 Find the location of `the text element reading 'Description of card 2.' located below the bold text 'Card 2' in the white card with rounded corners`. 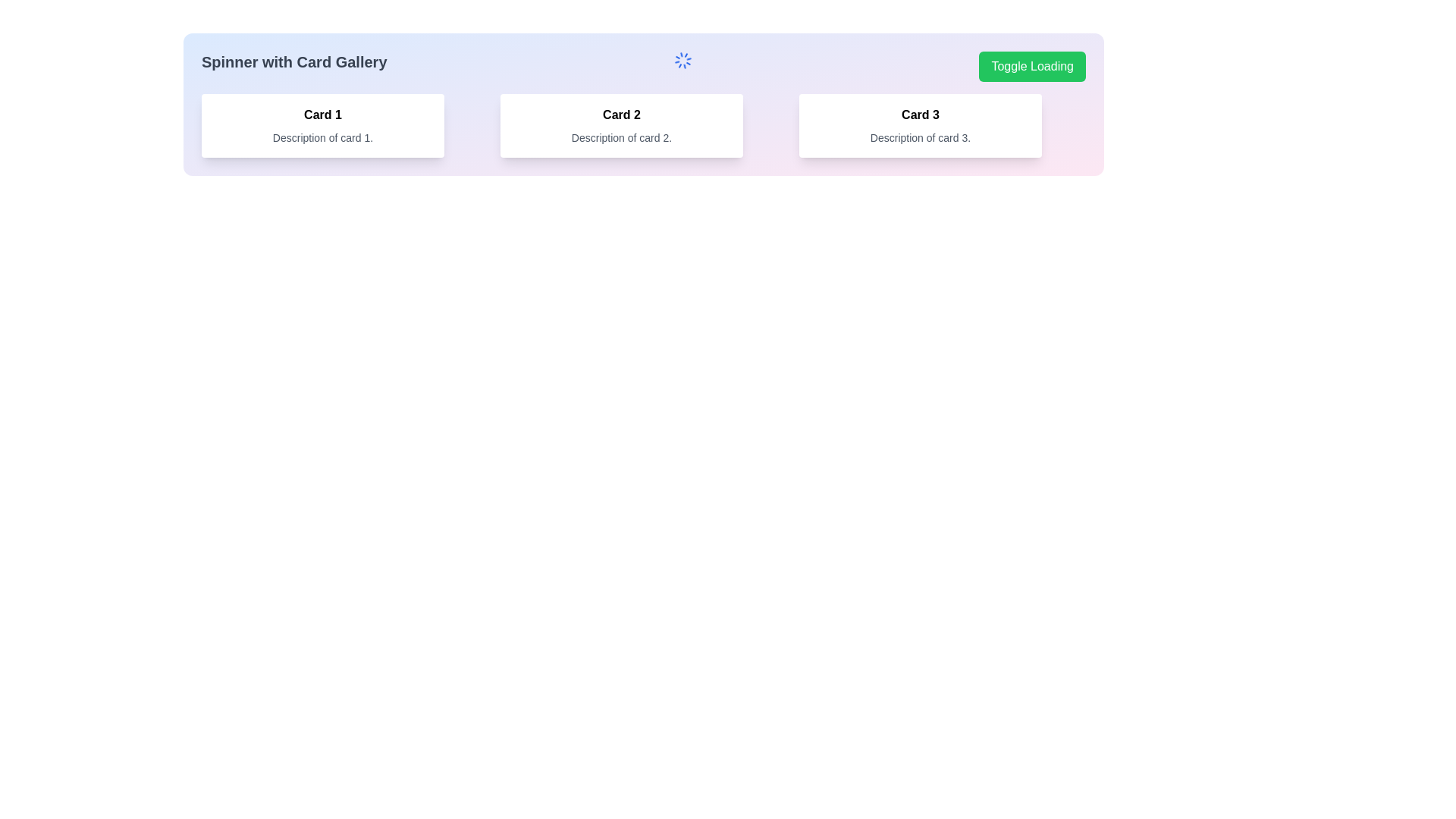

the text element reading 'Description of card 2.' located below the bold text 'Card 2' in the white card with rounded corners is located at coordinates (622, 137).